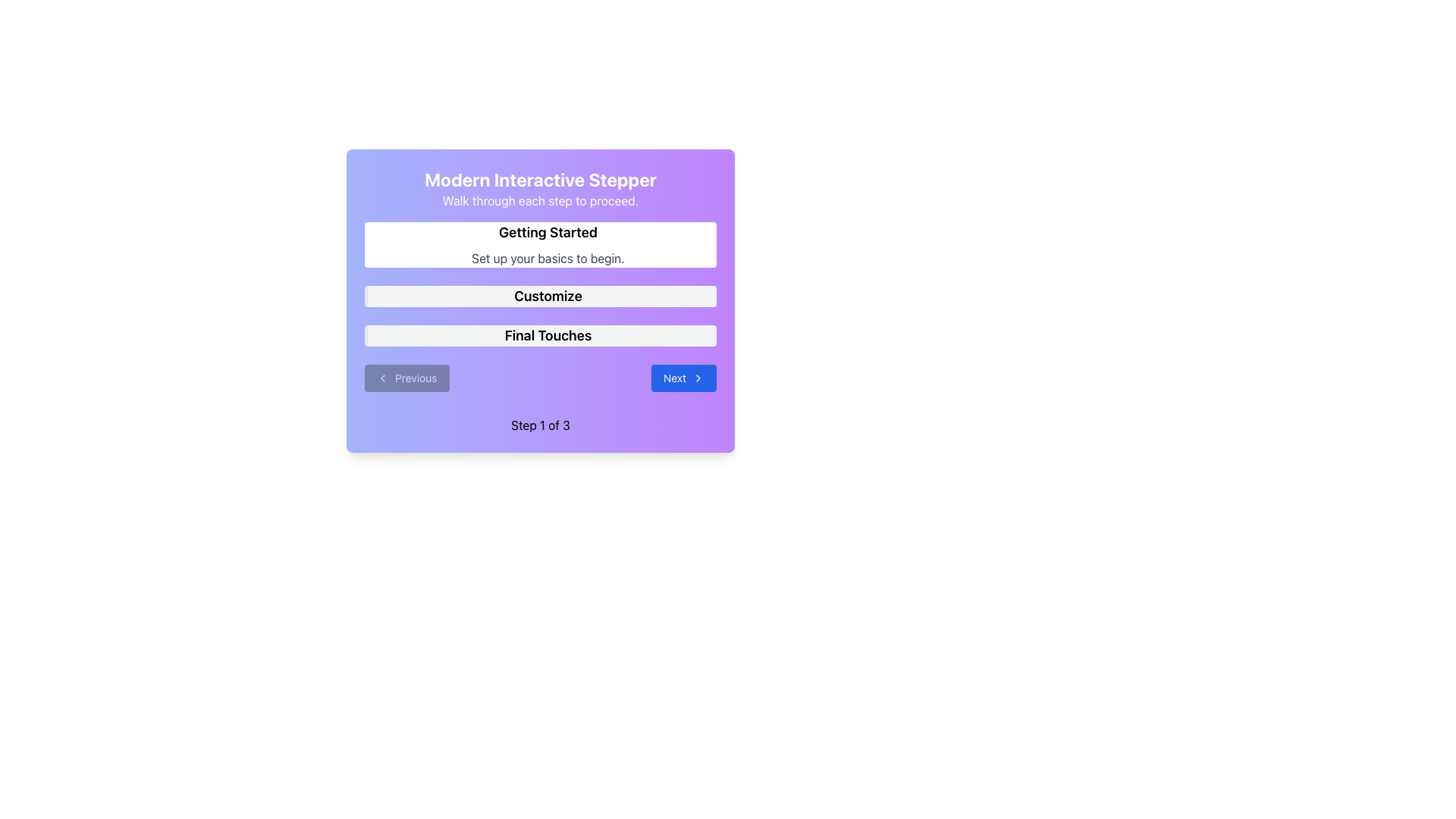  What do you see at coordinates (406, 377) in the screenshot?
I see `the 'Previous' button with a gray background and white text, located in the bottom-left section of the modal` at bounding box center [406, 377].